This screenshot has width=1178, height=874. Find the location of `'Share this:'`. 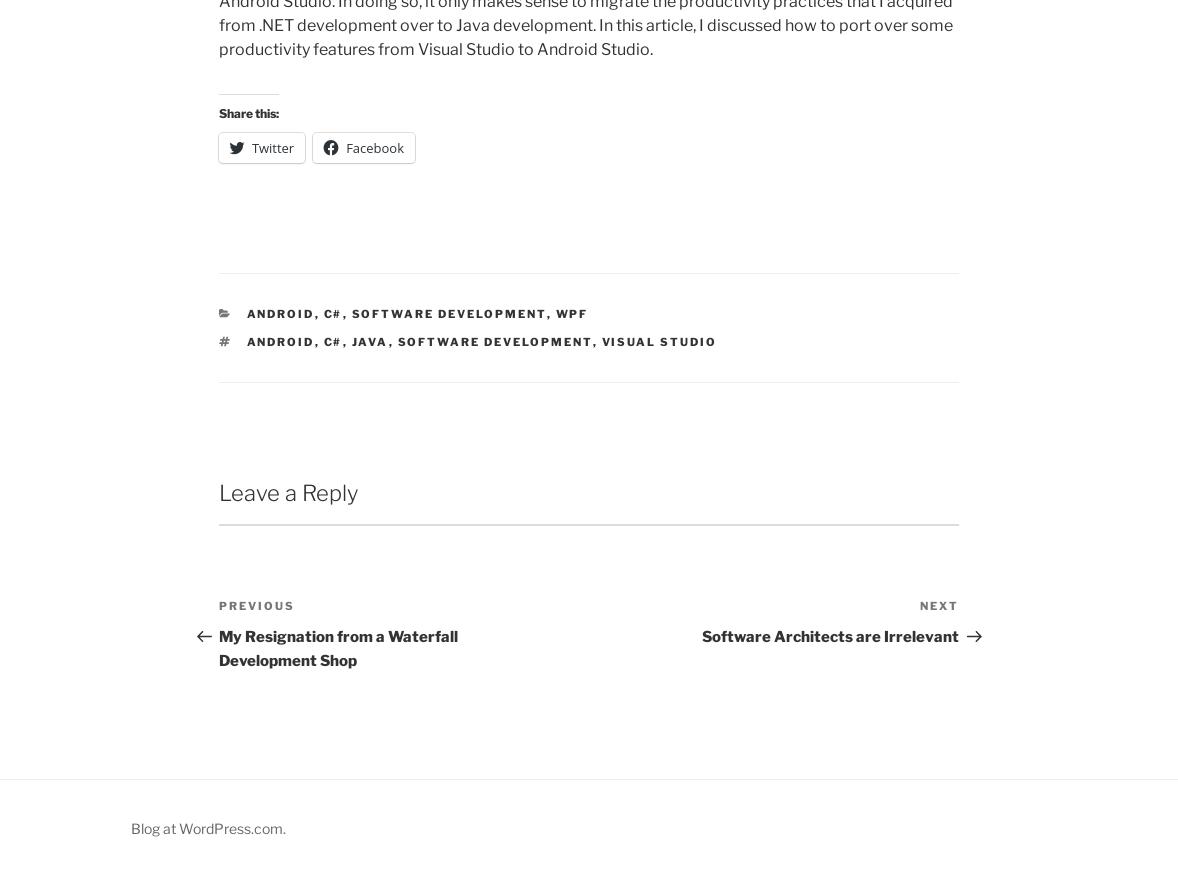

'Share this:' is located at coordinates (248, 112).